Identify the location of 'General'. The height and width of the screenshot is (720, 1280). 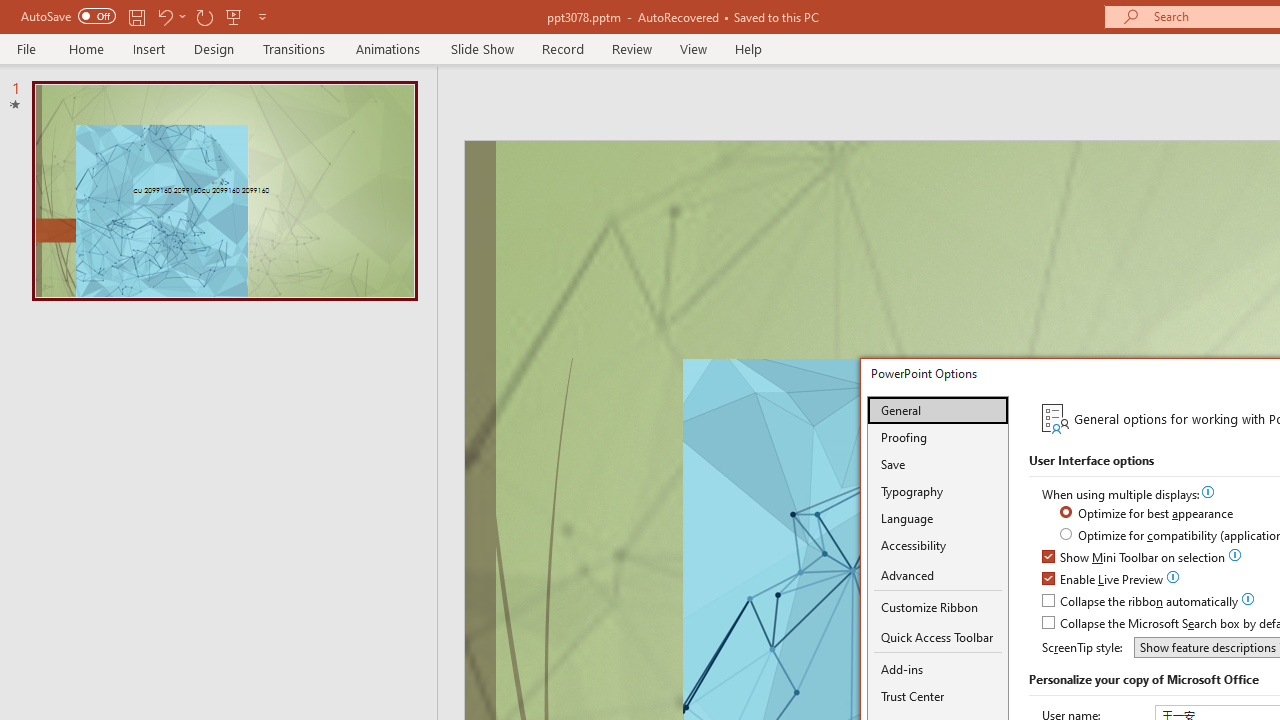
(937, 409).